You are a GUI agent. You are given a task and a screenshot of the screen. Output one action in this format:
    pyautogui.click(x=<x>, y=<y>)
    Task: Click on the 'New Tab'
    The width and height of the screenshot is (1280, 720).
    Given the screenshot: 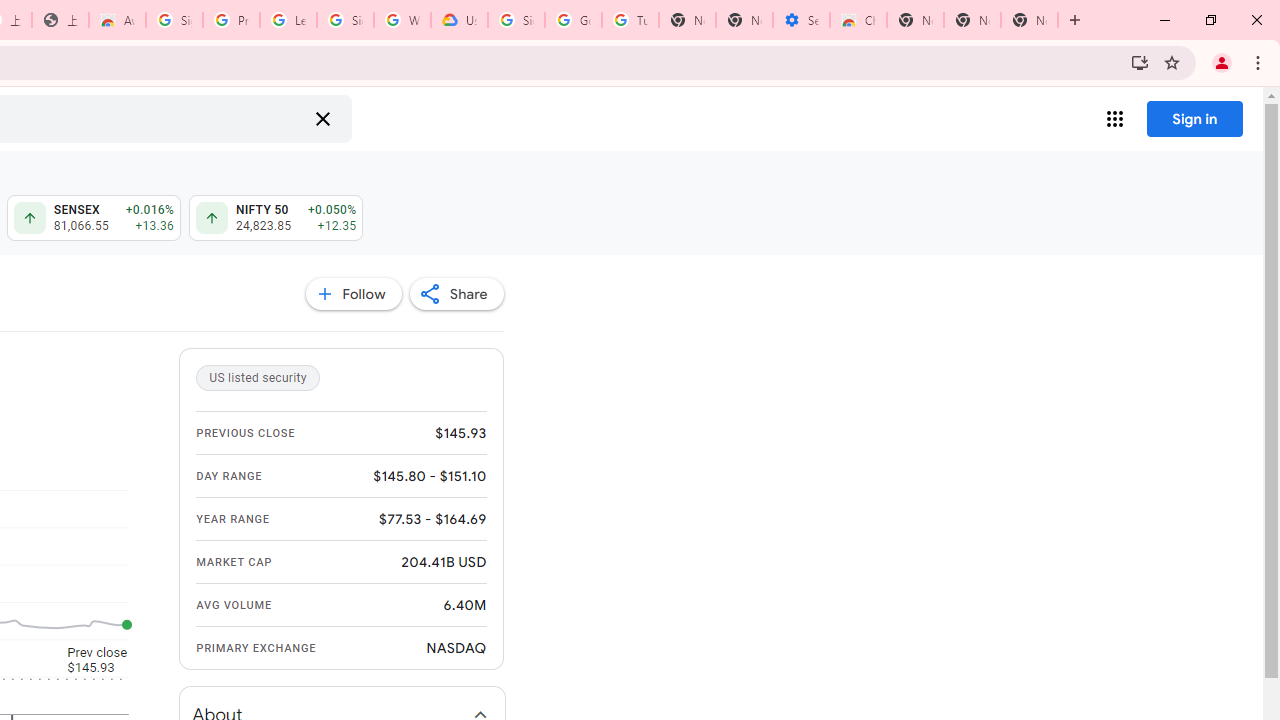 What is the action you would take?
    pyautogui.click(x=1029, y=20)
    